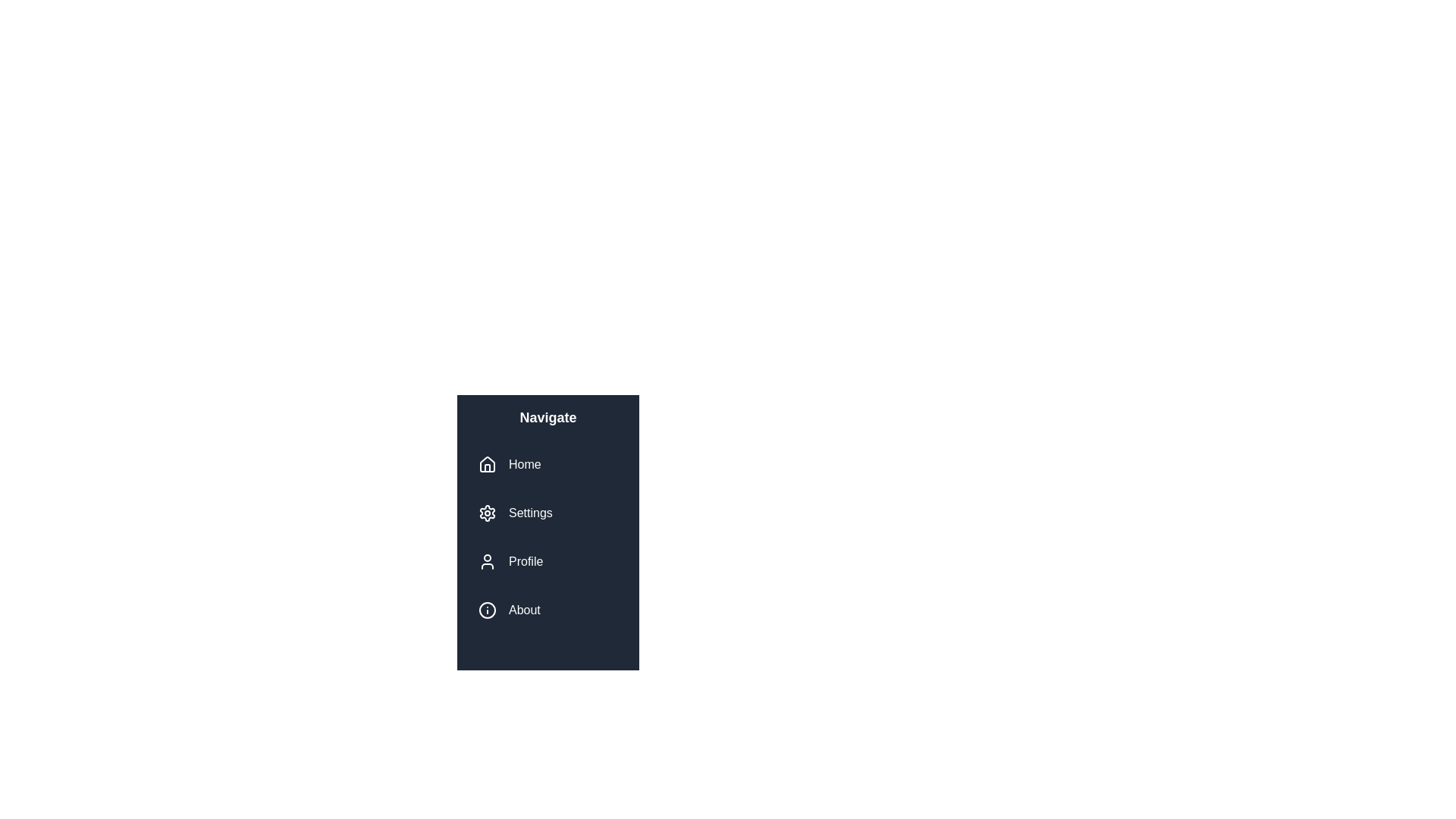  Describe the element at coordinates (524, 610) in the screenshot. I see `the 'About' text label in the sidebar navigation menu` at that location.